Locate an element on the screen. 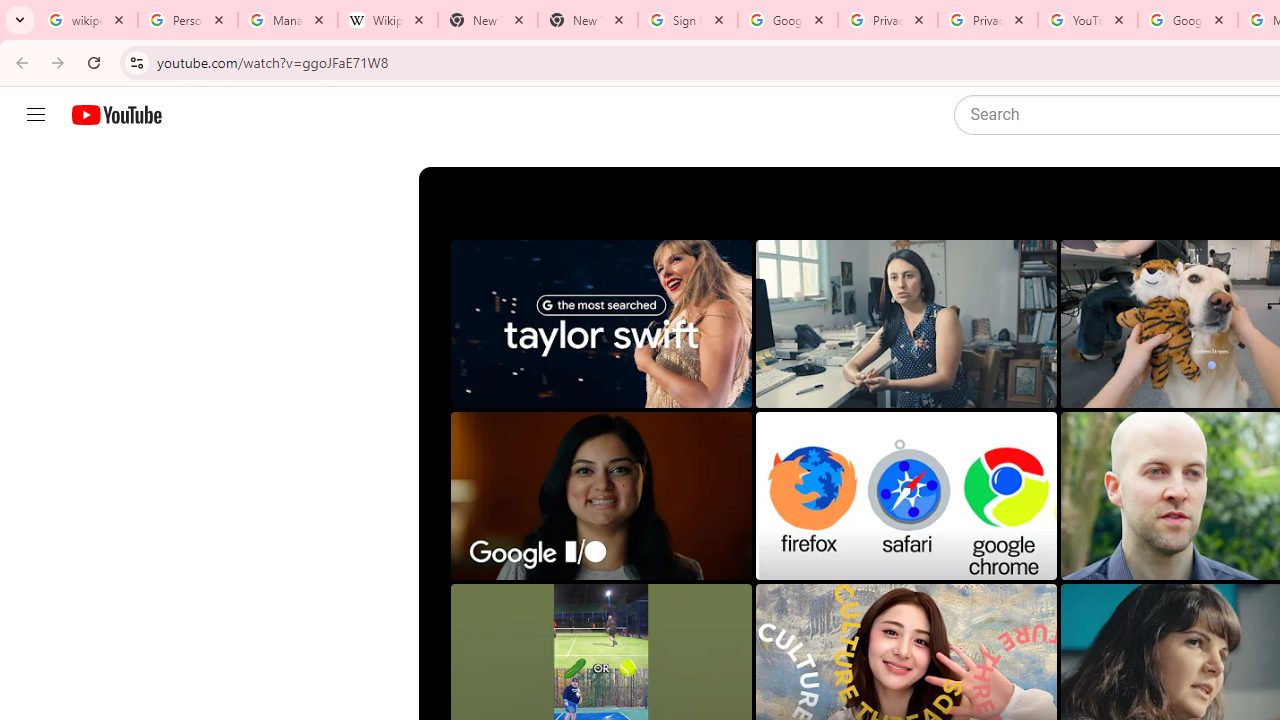  'New Tab' is located at coordinates (586, 20).